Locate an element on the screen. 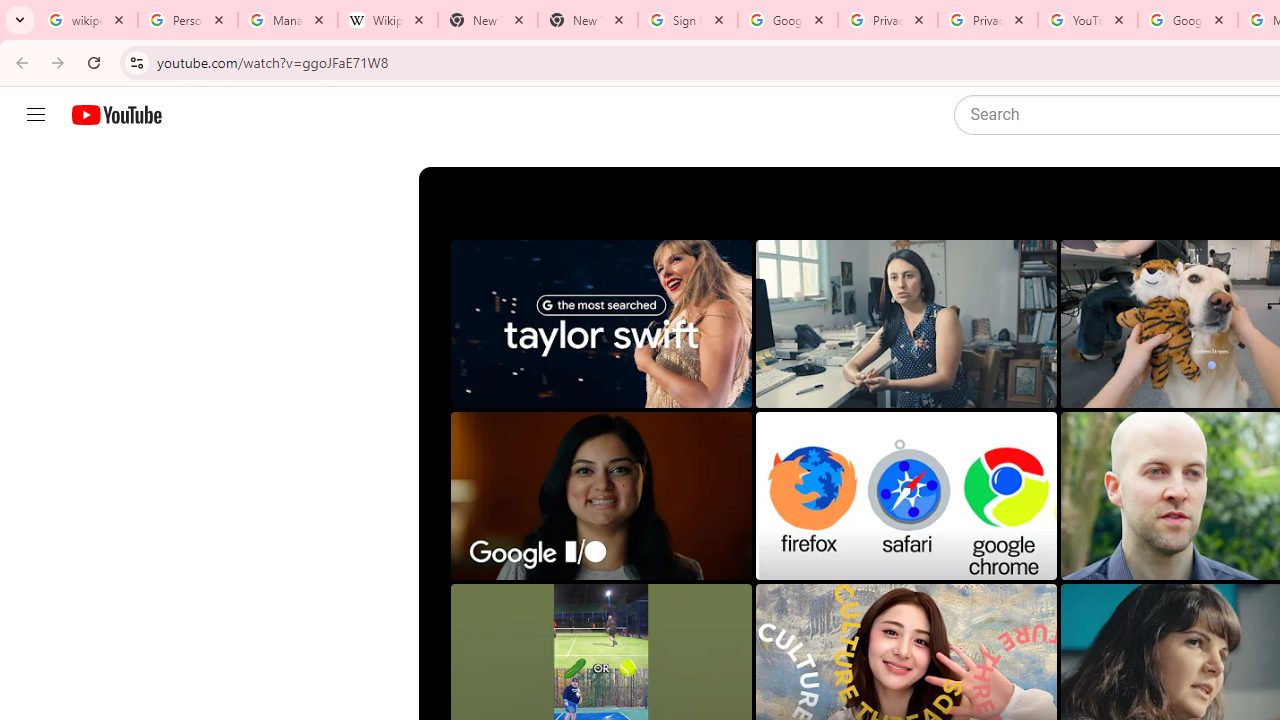  'New Tab' is located at coordinates (586, 20).